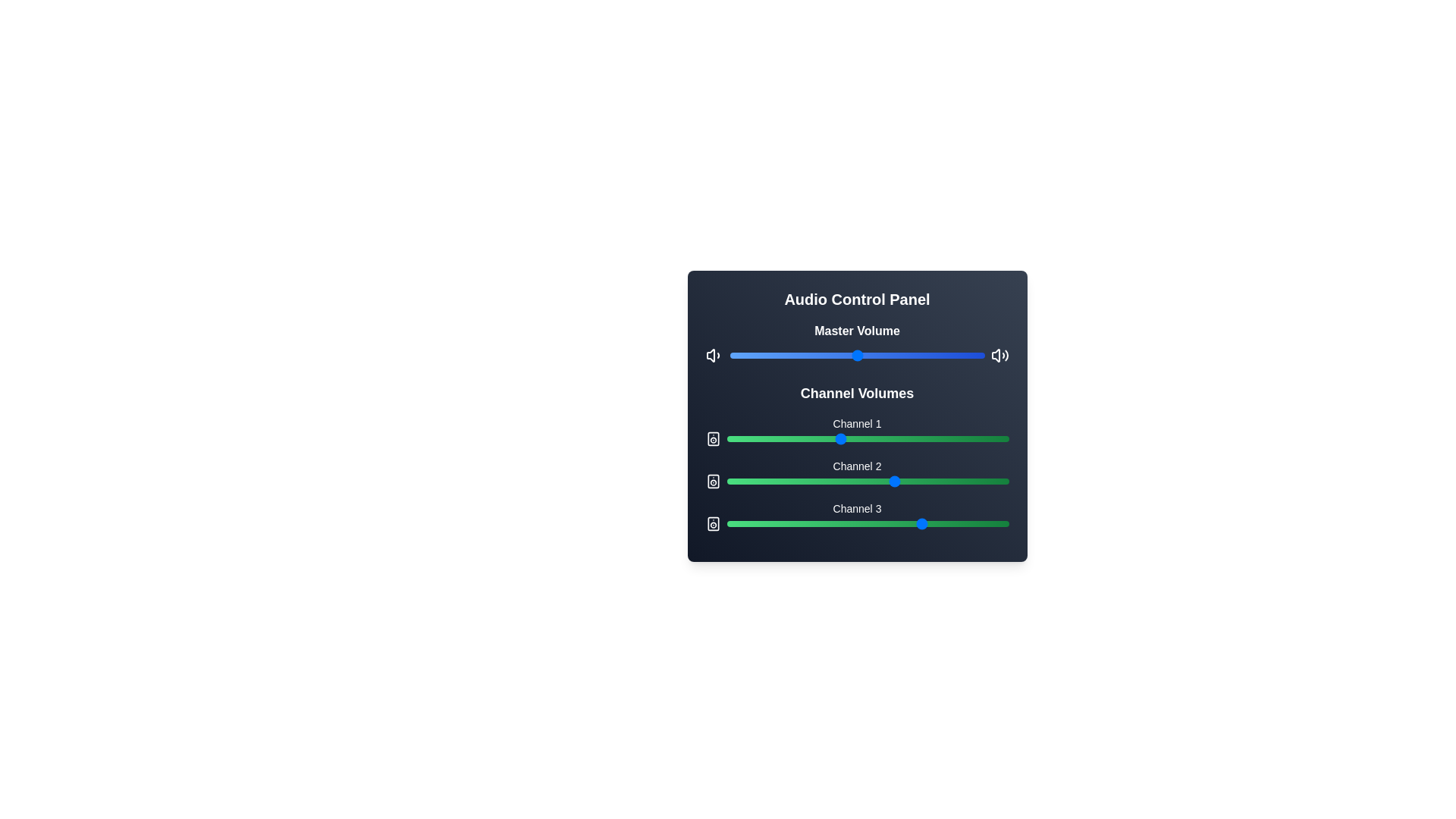 This screenshot has width=1456, height=819. What do you see at coordinates (868, 522) in the screenshot?
I see `the horizontal range slider for 'Channel 3' volume control` at bounding box center [868, 522].